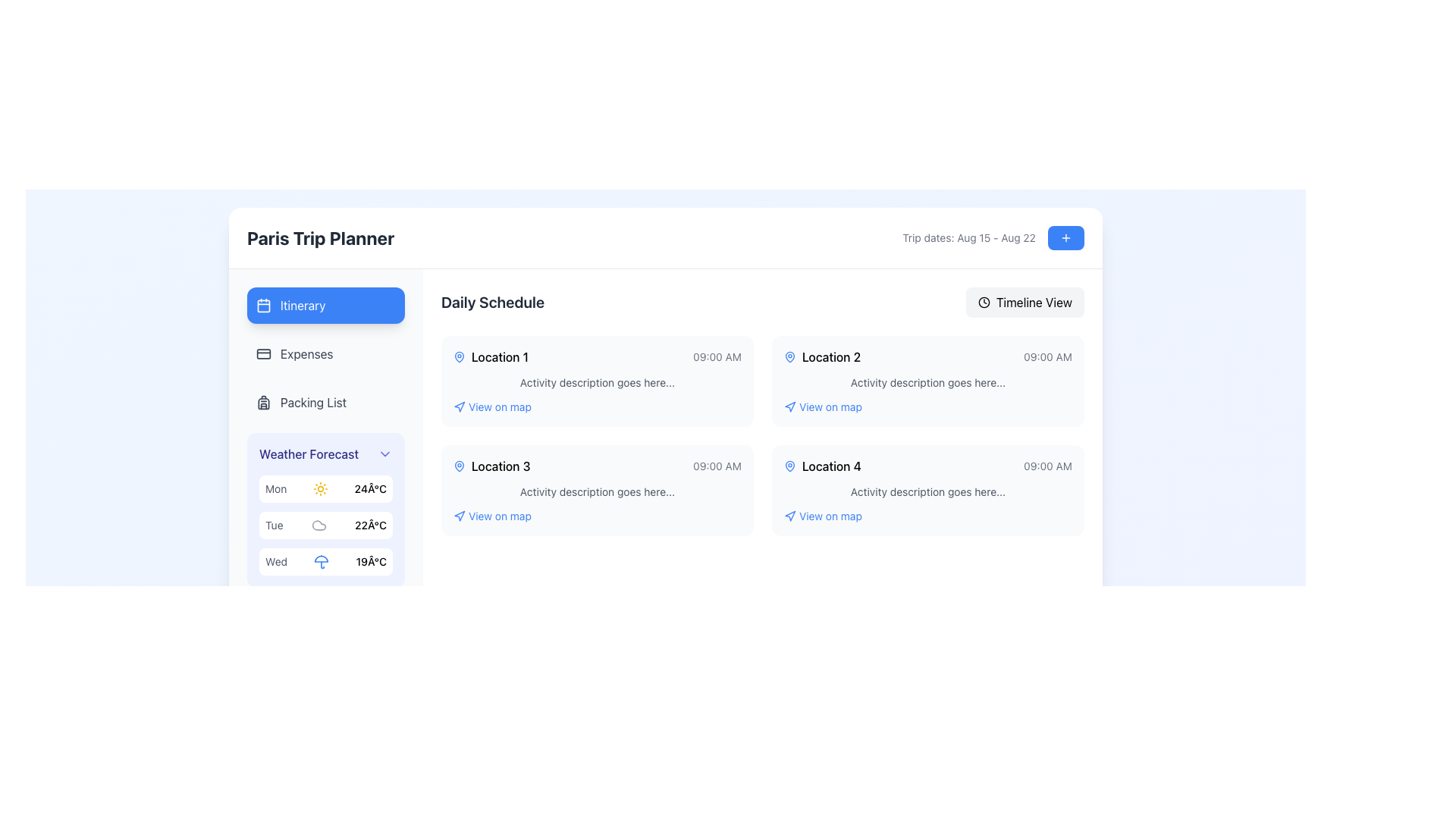  Describe the element at coordinates (927, 382) in the screenshot. I see `the text element displaying 'Activity description goes here...' located in the 'Daily Schedule' section, below '09:00 AM' and above 'View on map'` at that location.